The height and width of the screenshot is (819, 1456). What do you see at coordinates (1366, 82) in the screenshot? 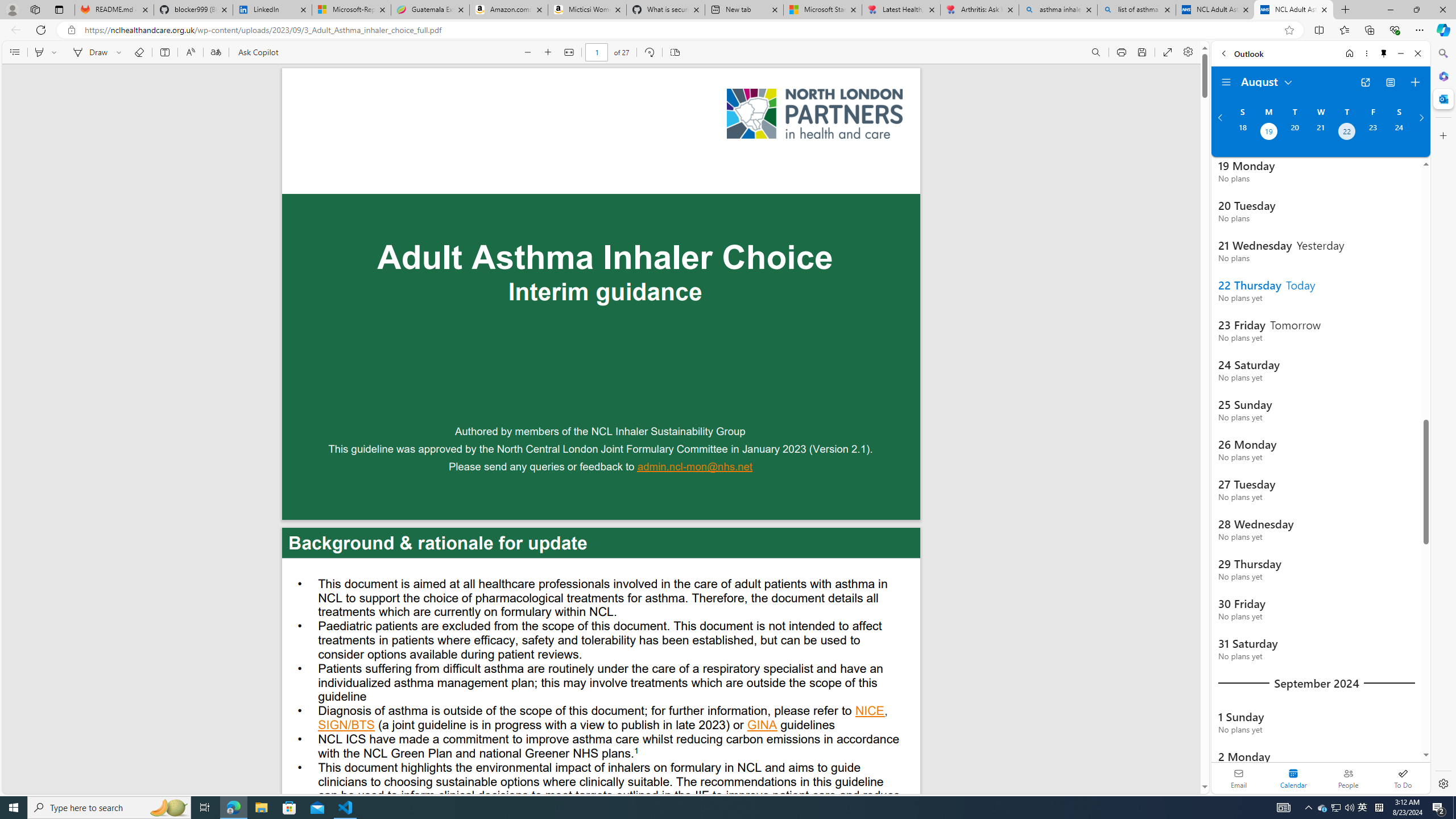
I see `'Open in new tab'` at bounding box center [1366, 82].